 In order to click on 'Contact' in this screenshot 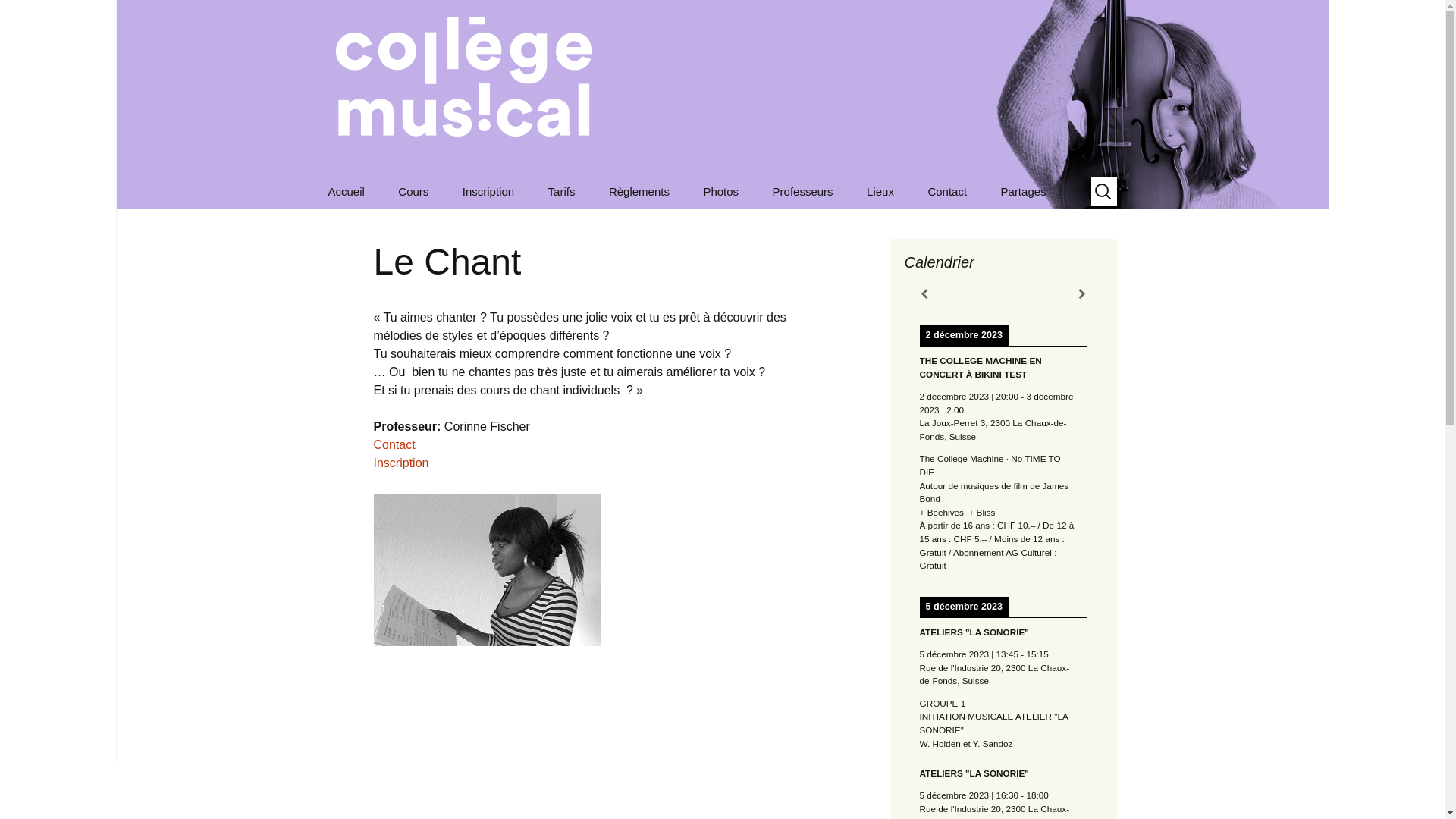, I will do `click(394, 444)`.